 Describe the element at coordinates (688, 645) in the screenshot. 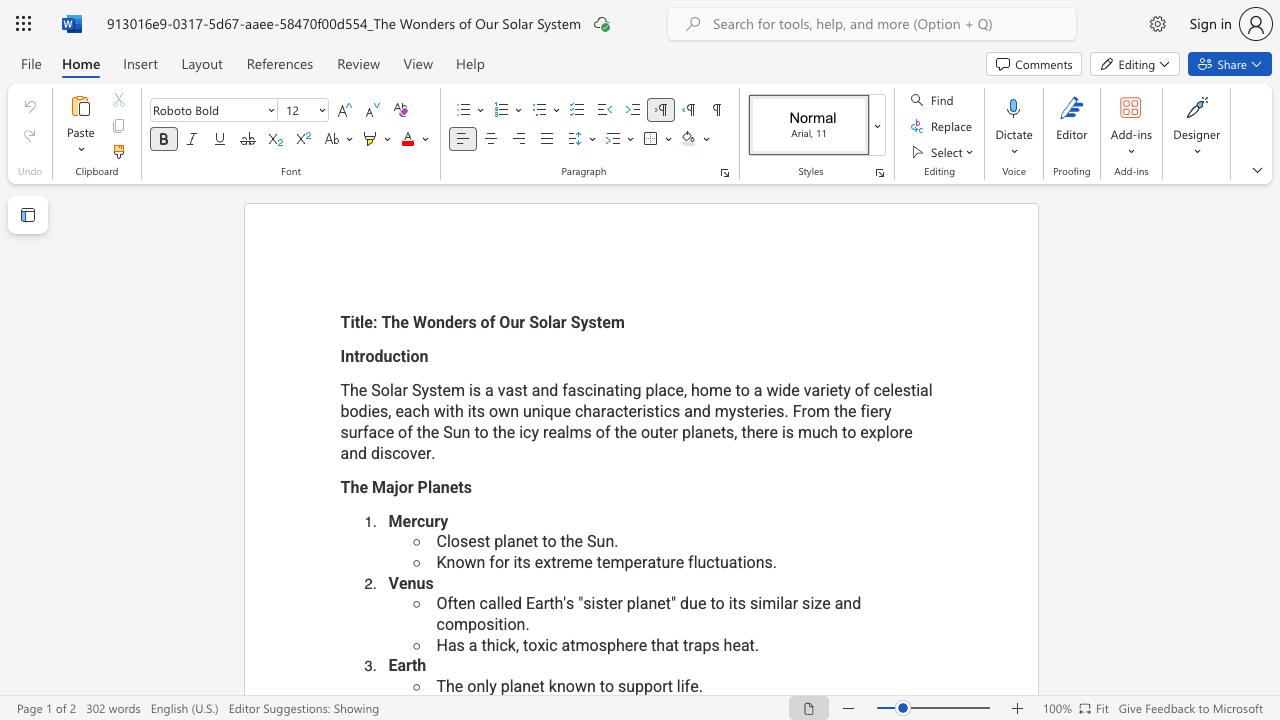

I see `the subset text "raps h" within the text "Has a thick, toxic atmosphere that traps heat."` at that location.